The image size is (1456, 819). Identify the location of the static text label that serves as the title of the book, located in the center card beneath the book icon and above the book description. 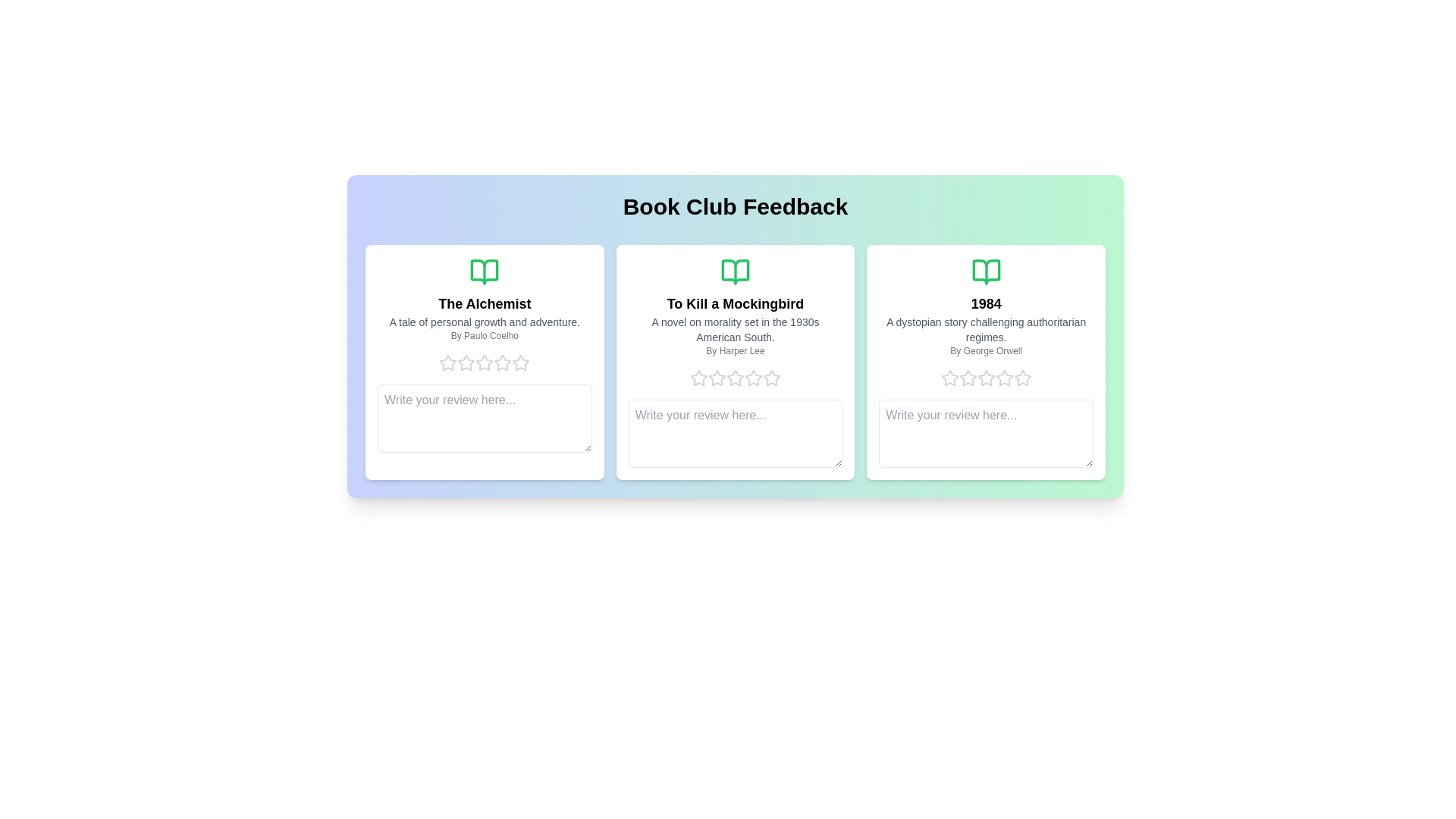
(735, 304).